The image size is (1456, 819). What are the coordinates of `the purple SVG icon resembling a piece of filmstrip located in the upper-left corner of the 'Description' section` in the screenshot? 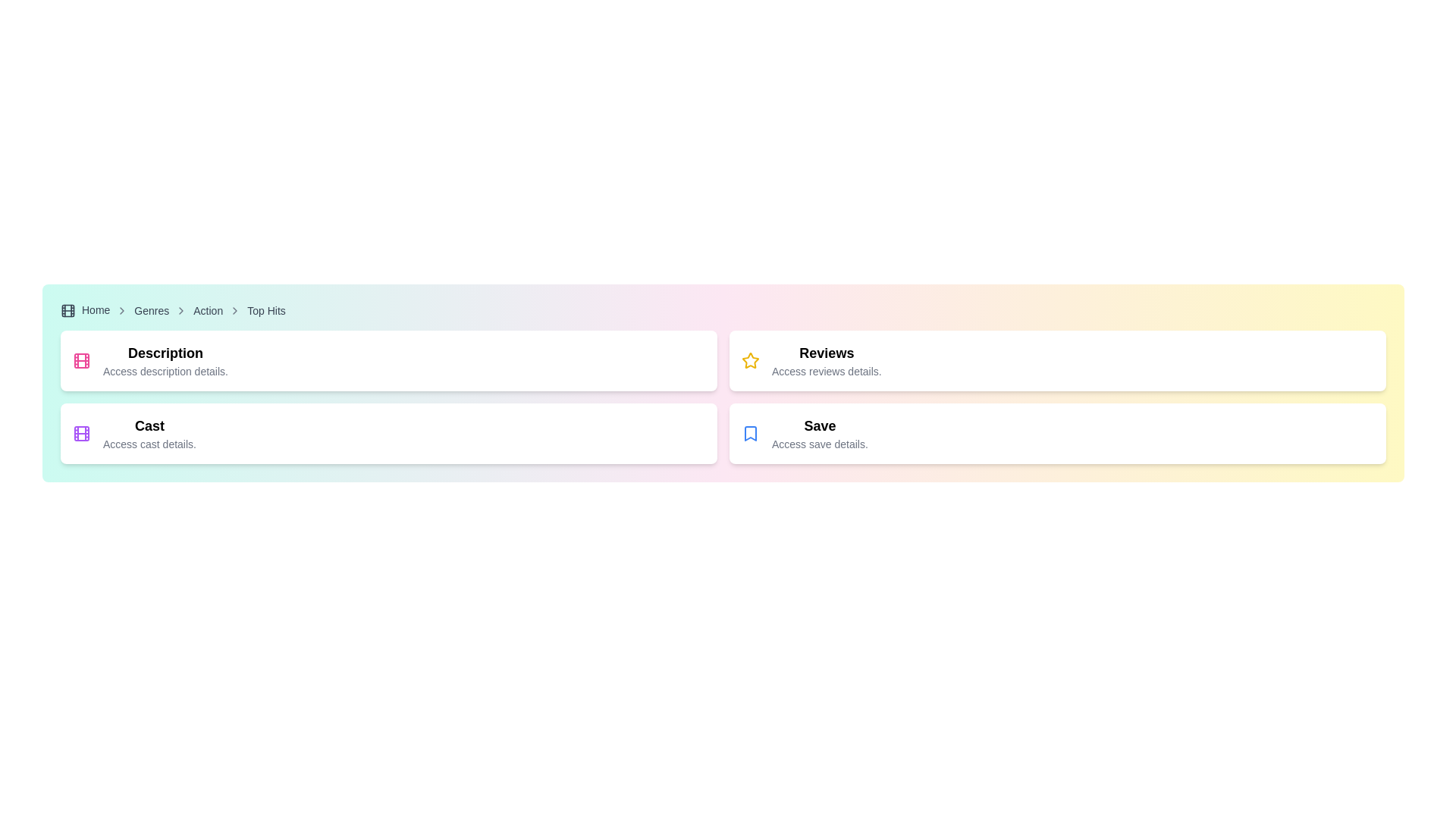 It's located at (81, 433).